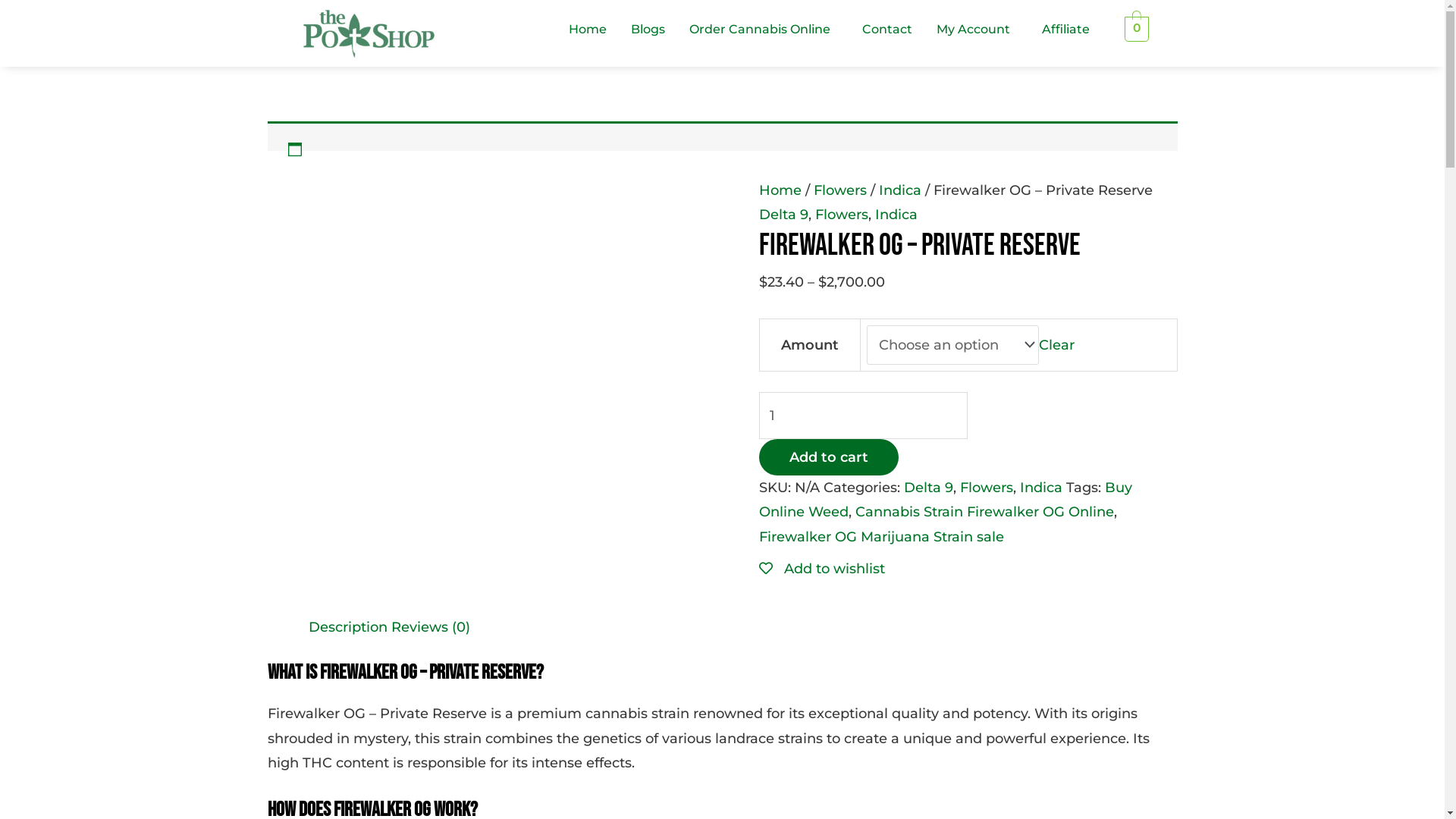 Image resolution: width=1456 pixels, height=819 pixels. Describe the element at coordinates (1040, 488) in the screenshot. I see `'Indica'` at that location.